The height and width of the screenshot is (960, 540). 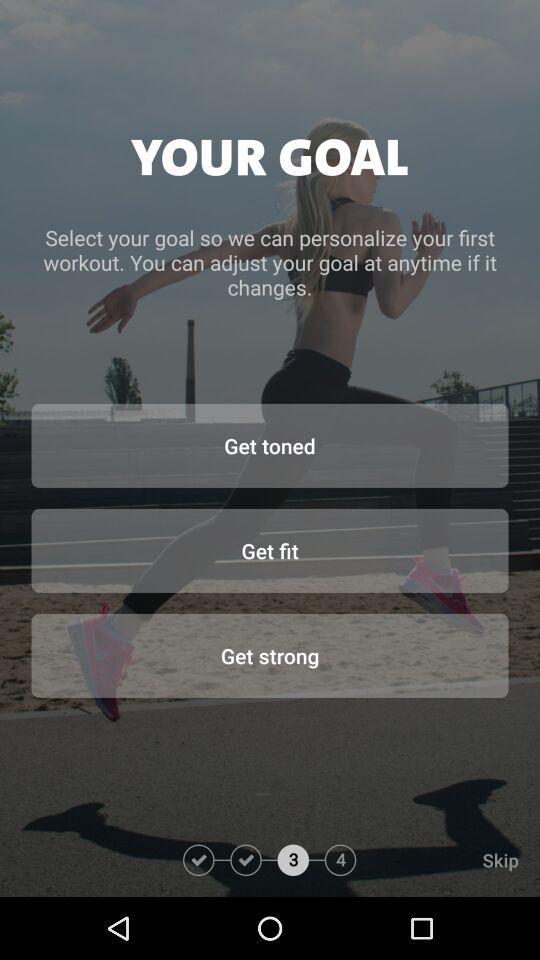 What do you see at coordinates (270, 550) in the screenshot?
I see `icon above get strong icon` at bounding box center [270, 550].